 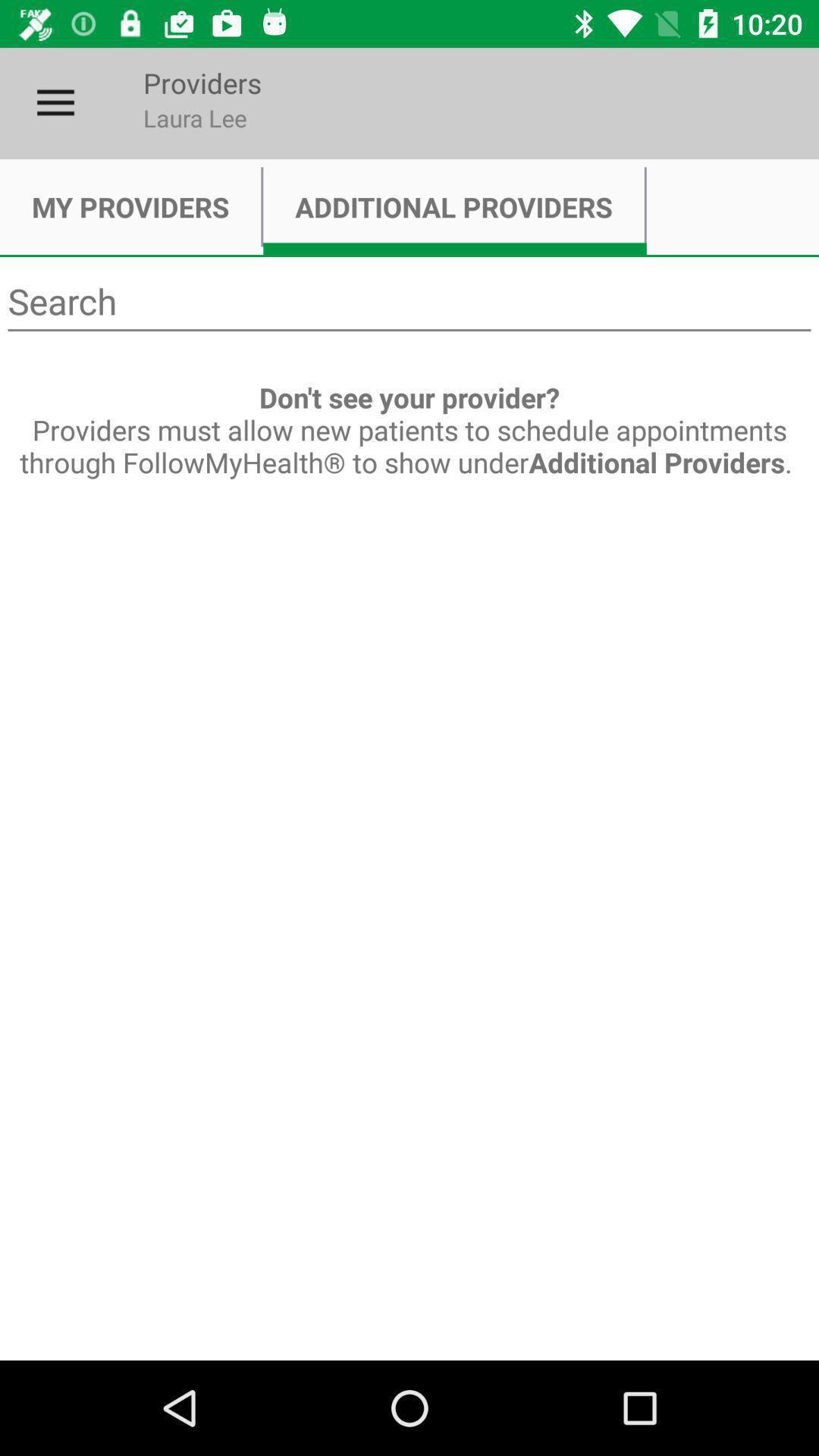 What do you see at coordinates (55, 102) in the screenshot?
I see `item above the my providers` at bounding box center [55, 102].